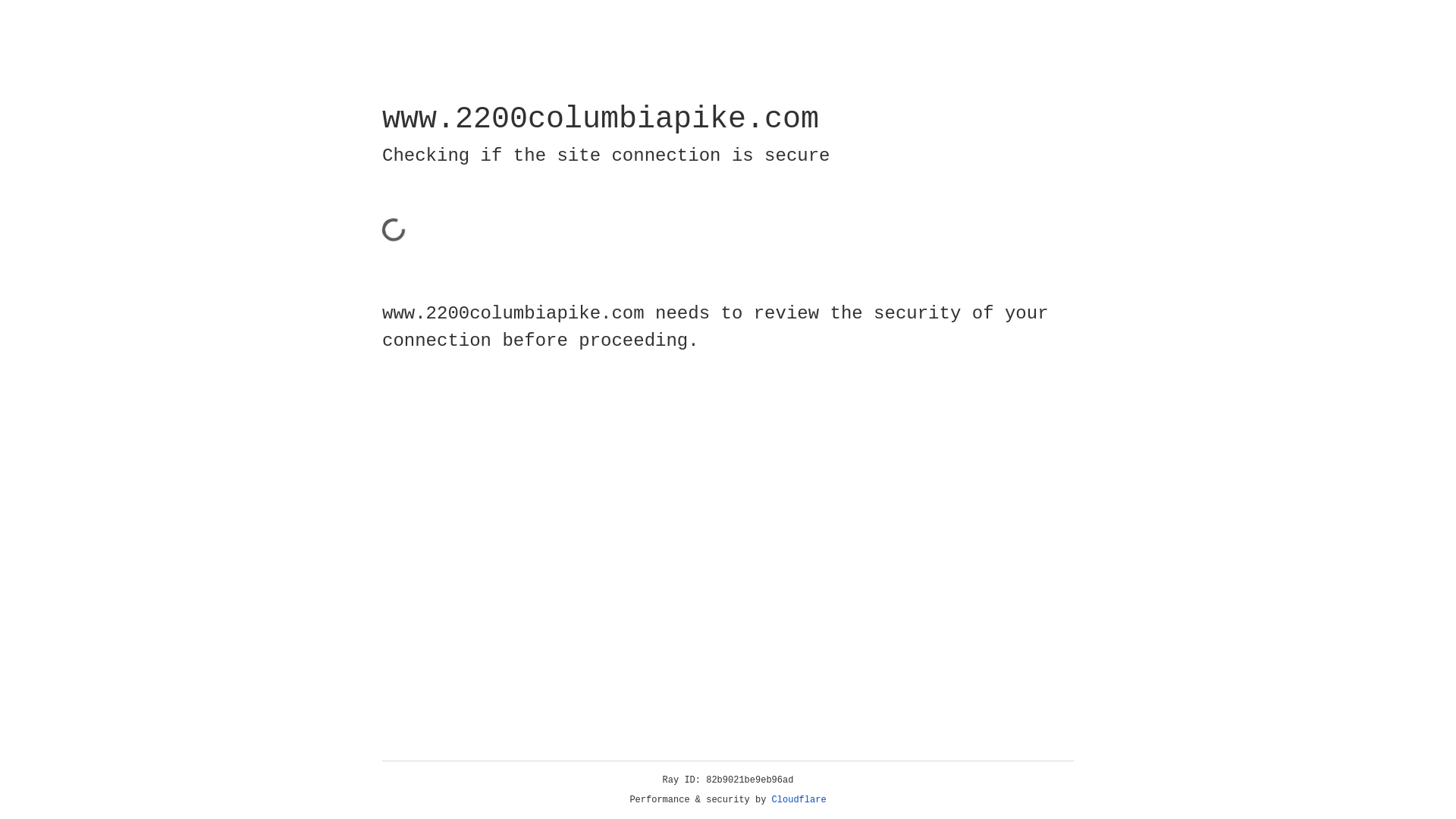 The image size is (1456, 819). Describe the element at coordinates (771, 799) in the screenshot. I see `'Cloudflare'` at that location.